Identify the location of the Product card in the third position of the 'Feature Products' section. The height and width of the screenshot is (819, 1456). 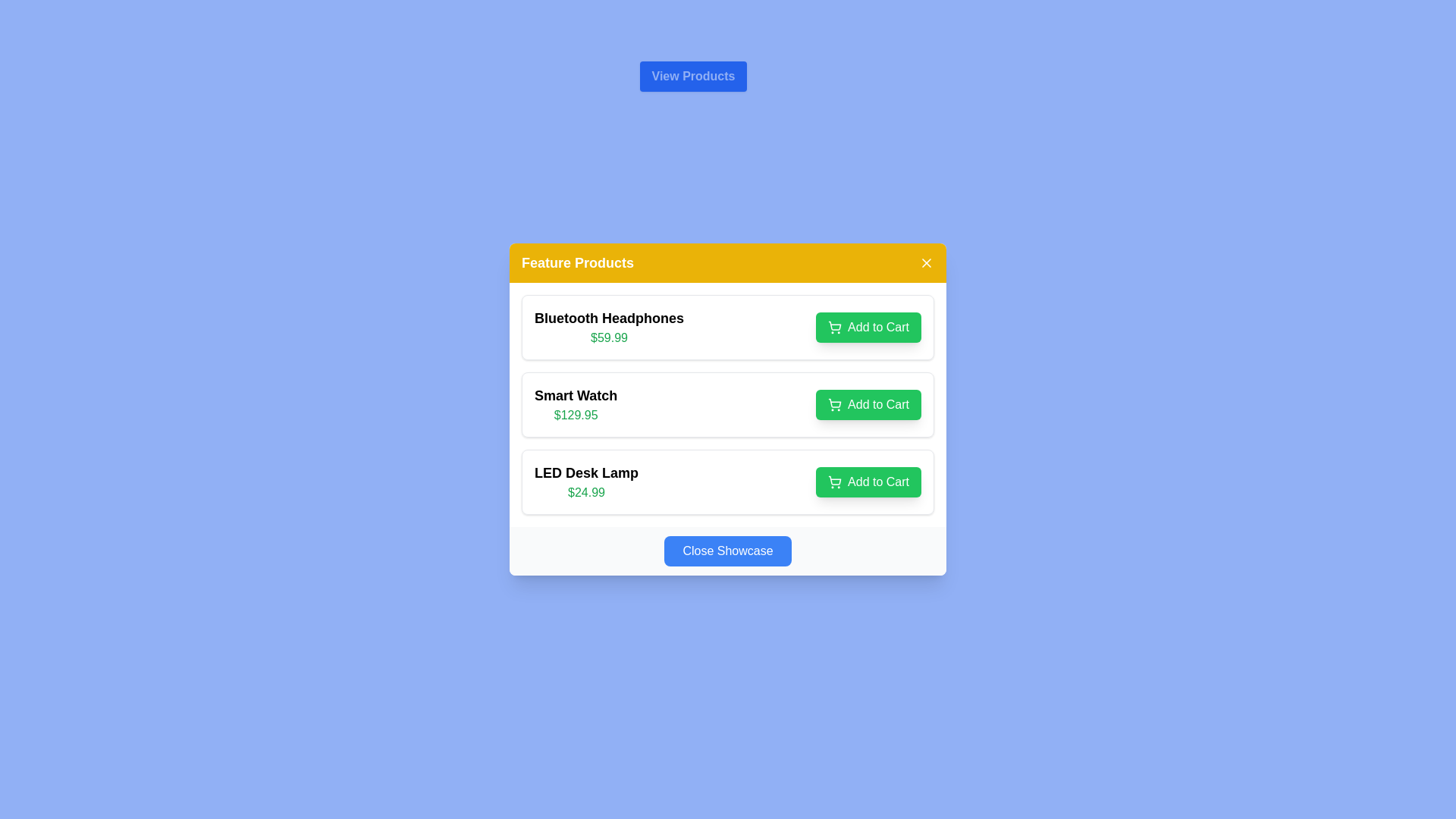
(728, 482).